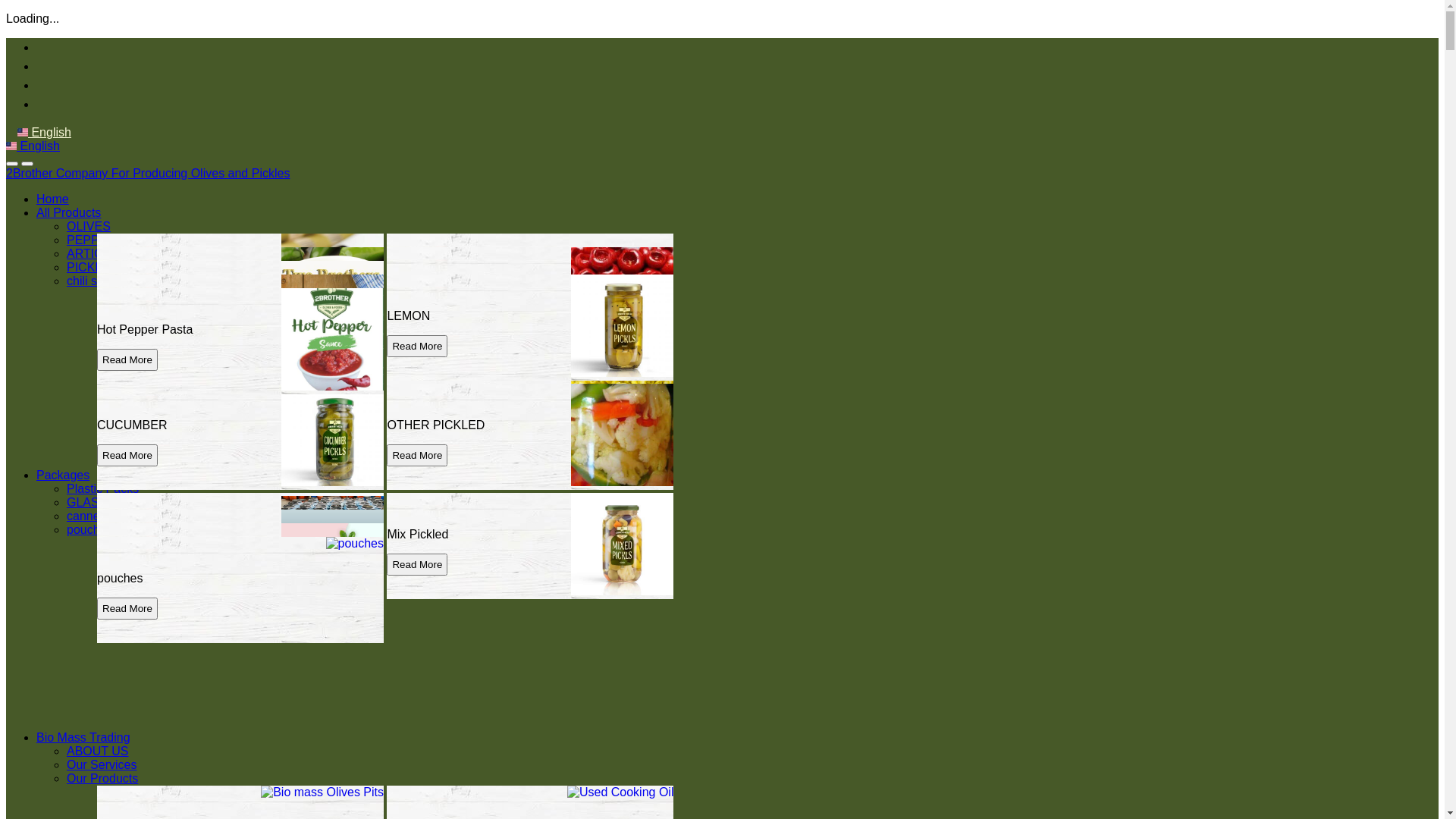  What do you see at coordinates (127, 318) in the screenshot?
I see `'Read More'` at bounding box center [127, 318].